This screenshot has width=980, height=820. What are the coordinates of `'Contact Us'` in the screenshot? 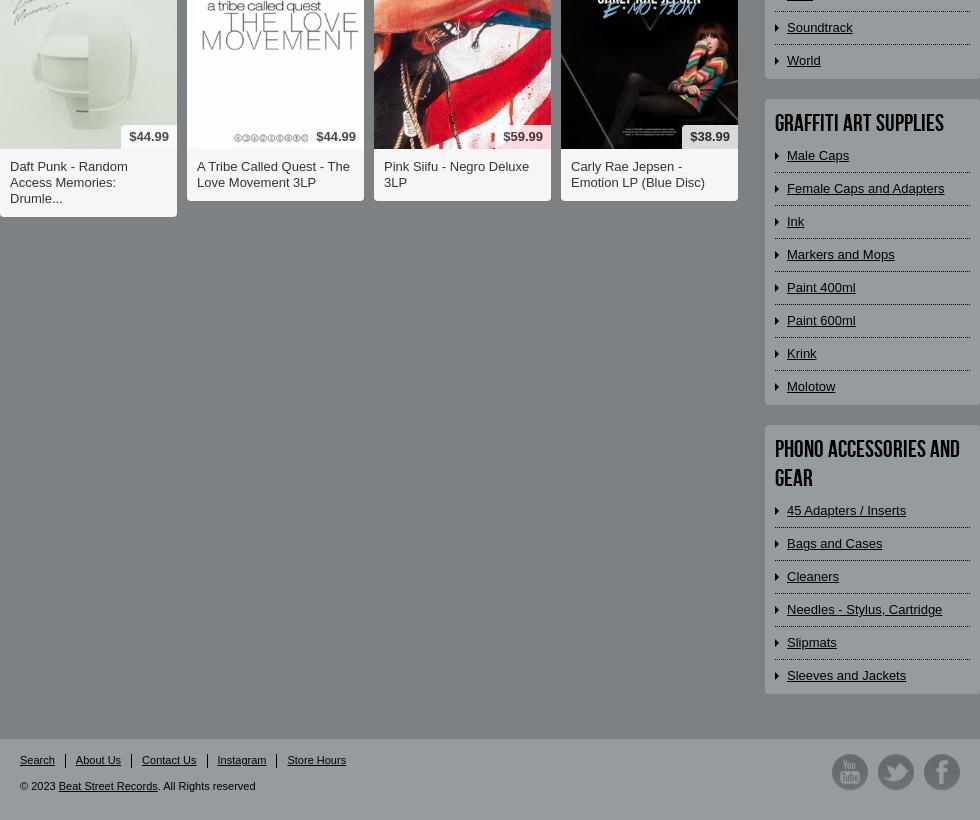 It's located at (142, 758).